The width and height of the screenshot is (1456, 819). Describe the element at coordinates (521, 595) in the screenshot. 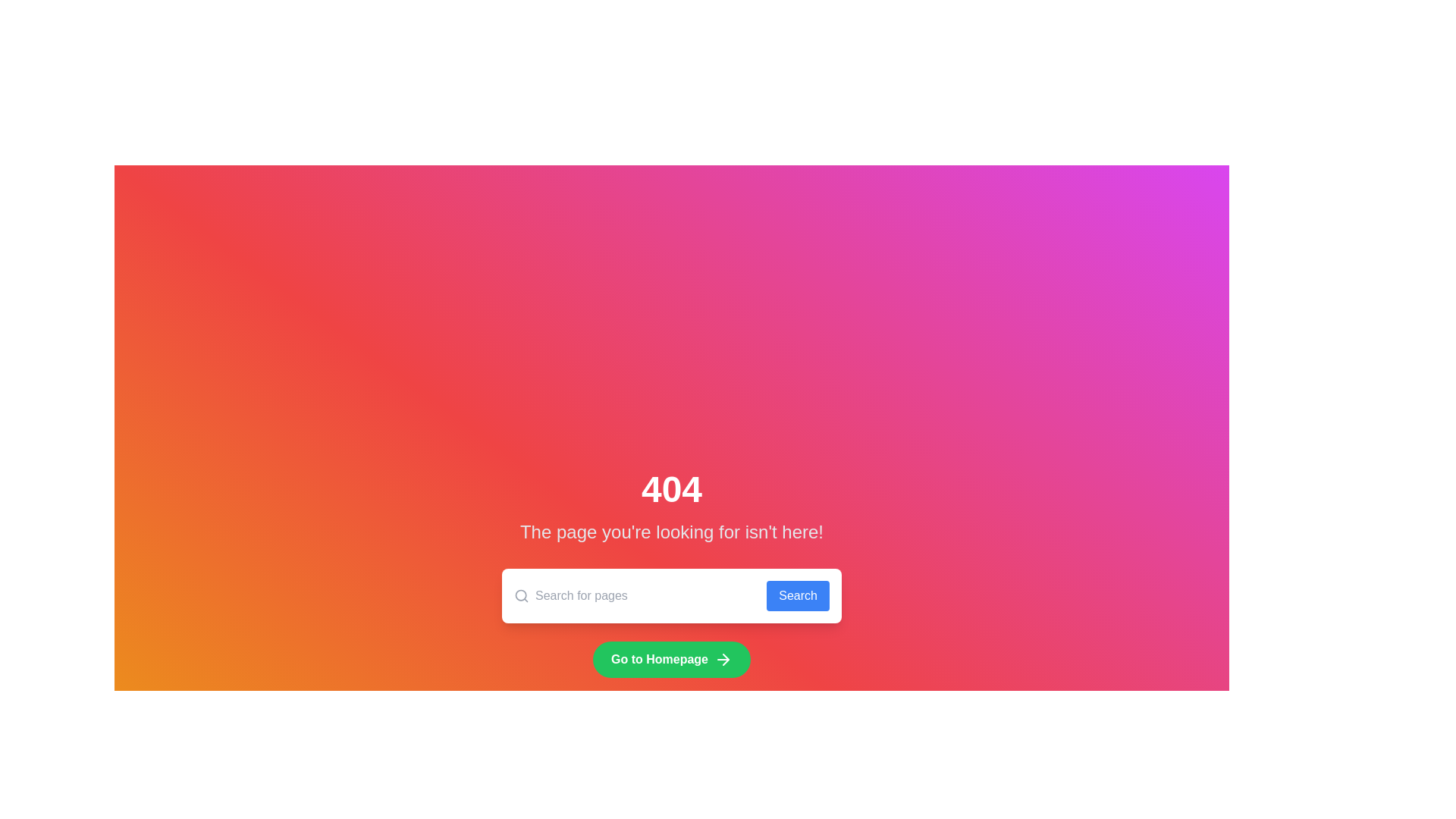

I see `the larger circular part of the magnifying glass icon located in the left section of the search bar next to the placeholder text 'Search for pages'` at that location.